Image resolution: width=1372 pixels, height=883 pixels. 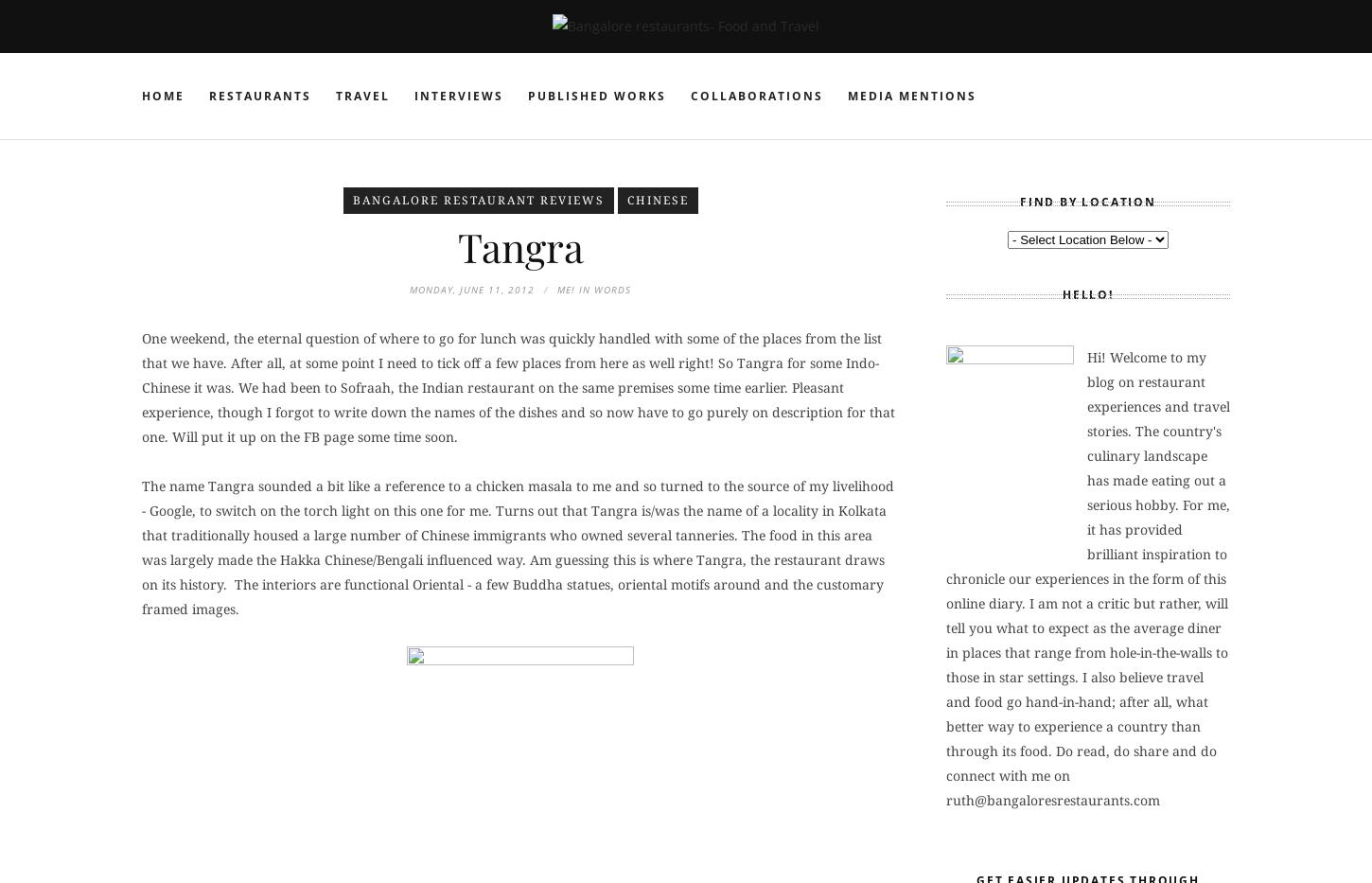 I want to click on 'Me! In words', so click(x=592, y=290).